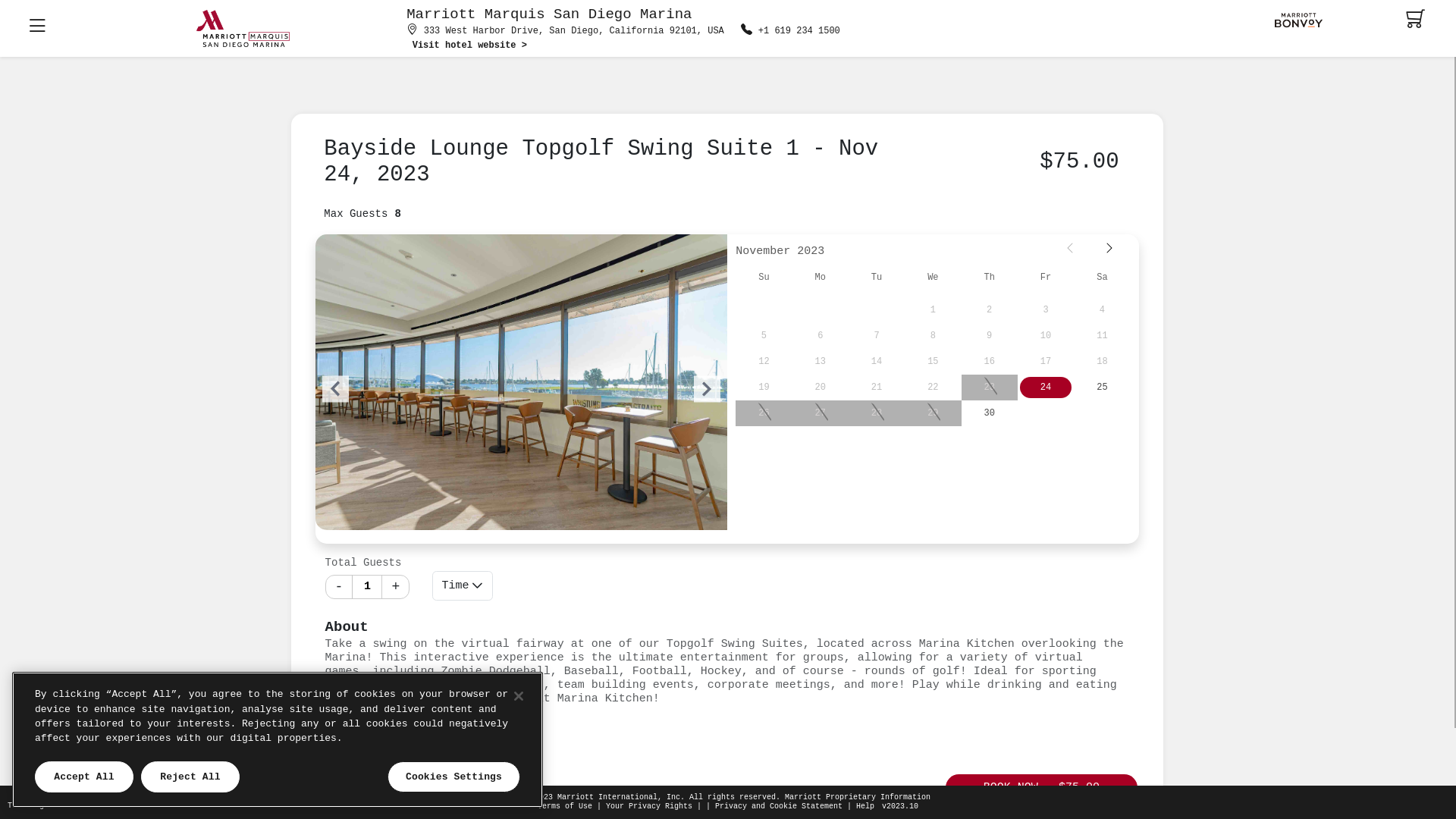 Image resolution: width=1456 pixels, height=819 pixels. What do you see at coordinates (764, 413) in the screenshot?
I see `'26'` at bounding box center [764, 413].